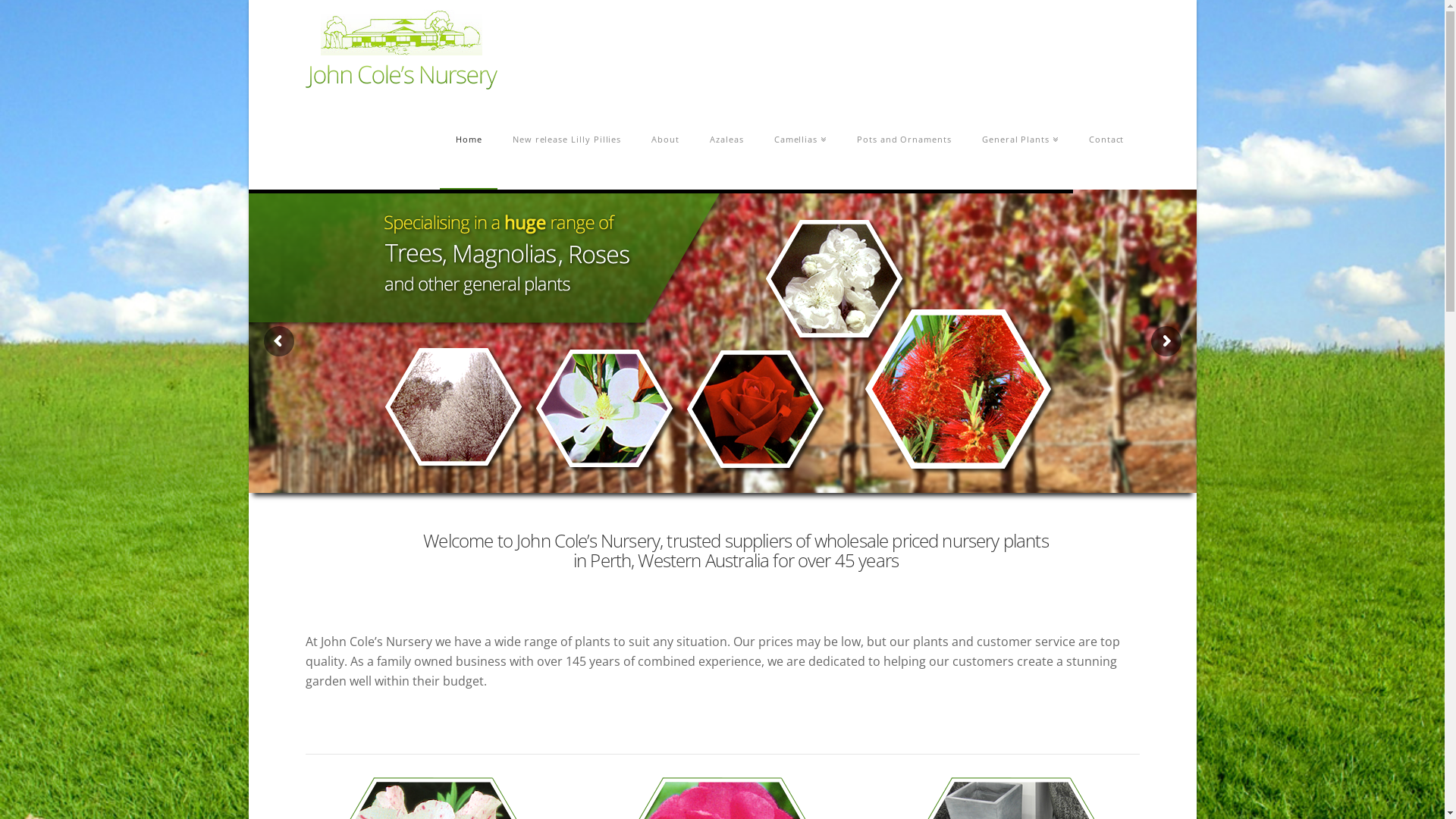  What do you see at coordinates (904, 138) in the screenshot?
I see `'Pots and Ornaments'` at bounding box center [904, 138].